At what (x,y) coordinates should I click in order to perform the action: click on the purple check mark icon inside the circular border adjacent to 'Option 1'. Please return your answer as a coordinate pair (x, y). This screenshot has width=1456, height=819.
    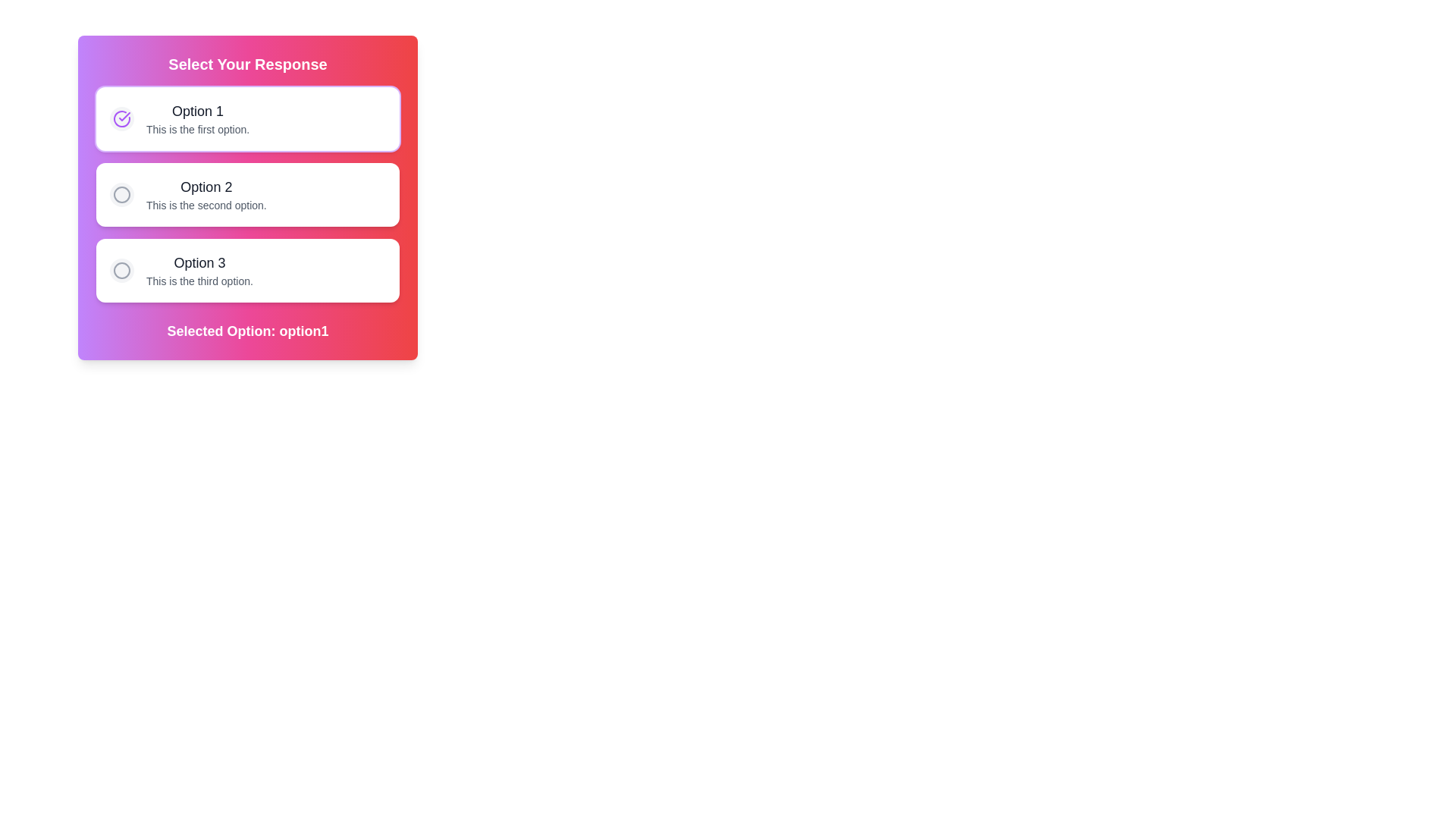
    Looking at the image, I should click on (124, 116).